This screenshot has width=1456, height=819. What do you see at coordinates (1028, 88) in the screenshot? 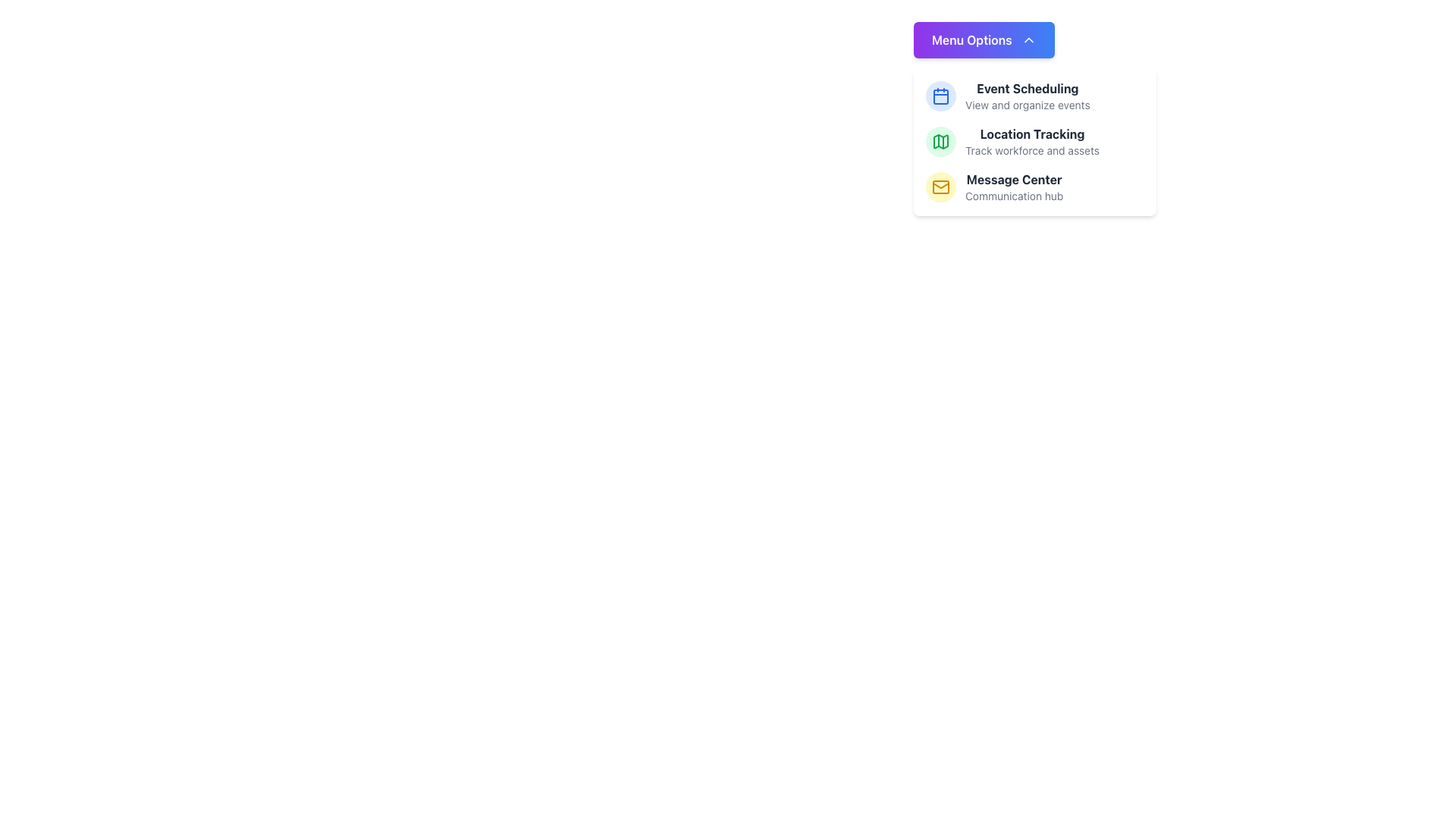
I see `the 'Event Scheduling' label, which serves as a section title above the 'View and organize events' label in the top-right region of the dropdown menu` at bounding box center [1028, 88].